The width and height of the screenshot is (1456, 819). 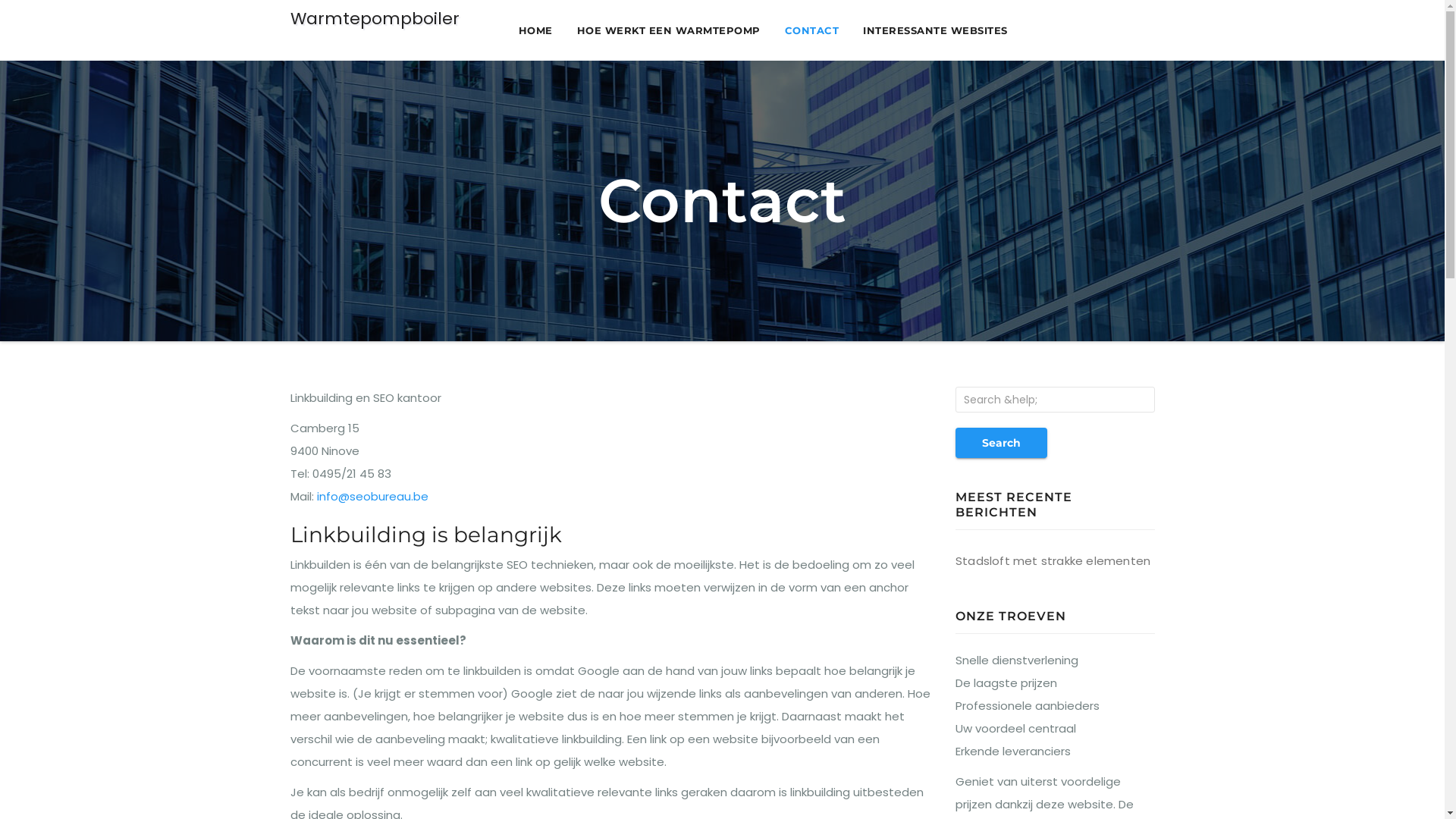 I want to click on 'INTERESSANTE WEBSITES', so click(x=934, y=30).